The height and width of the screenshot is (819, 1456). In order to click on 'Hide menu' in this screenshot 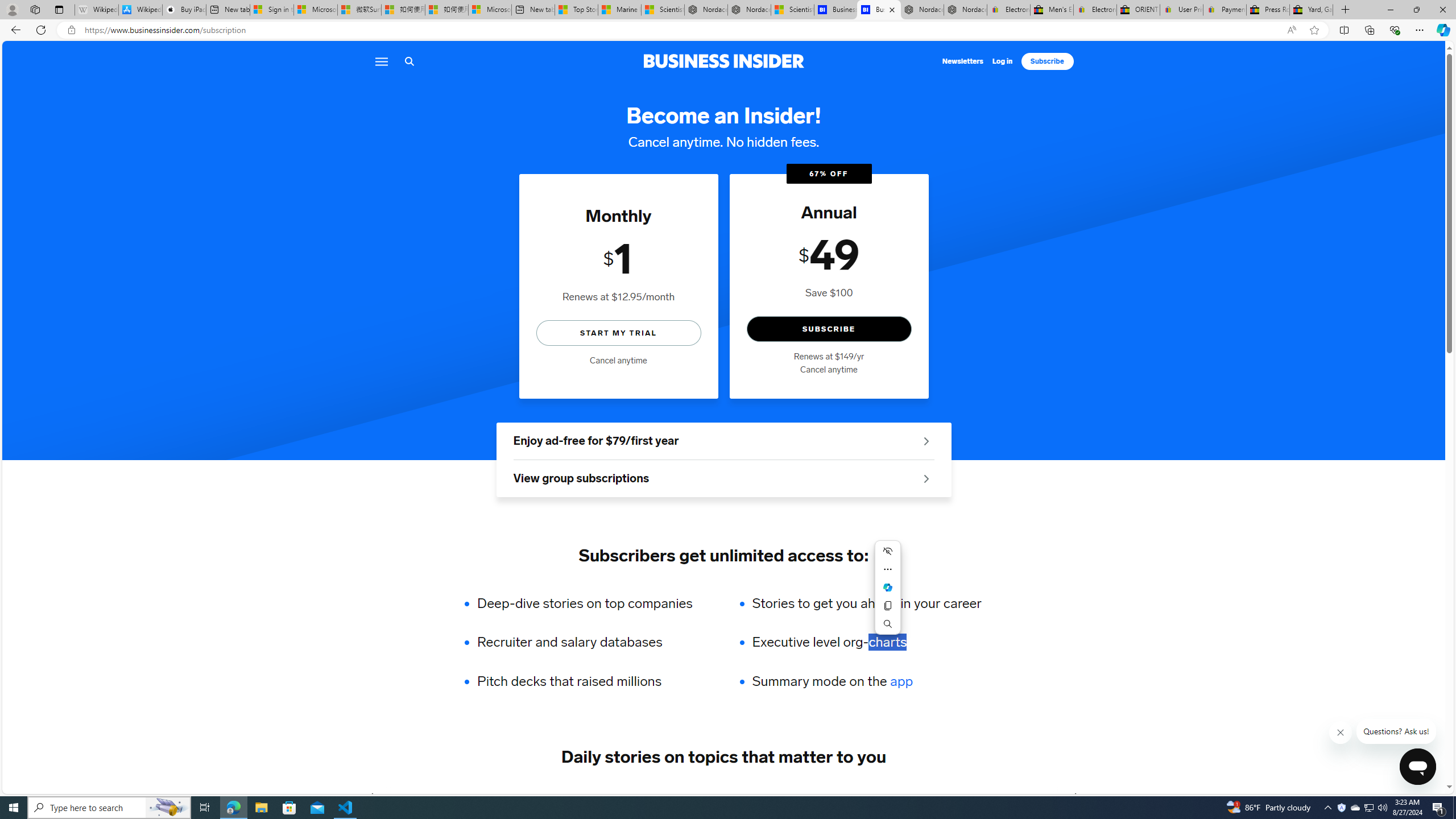, I will do `click(887, 551)`.